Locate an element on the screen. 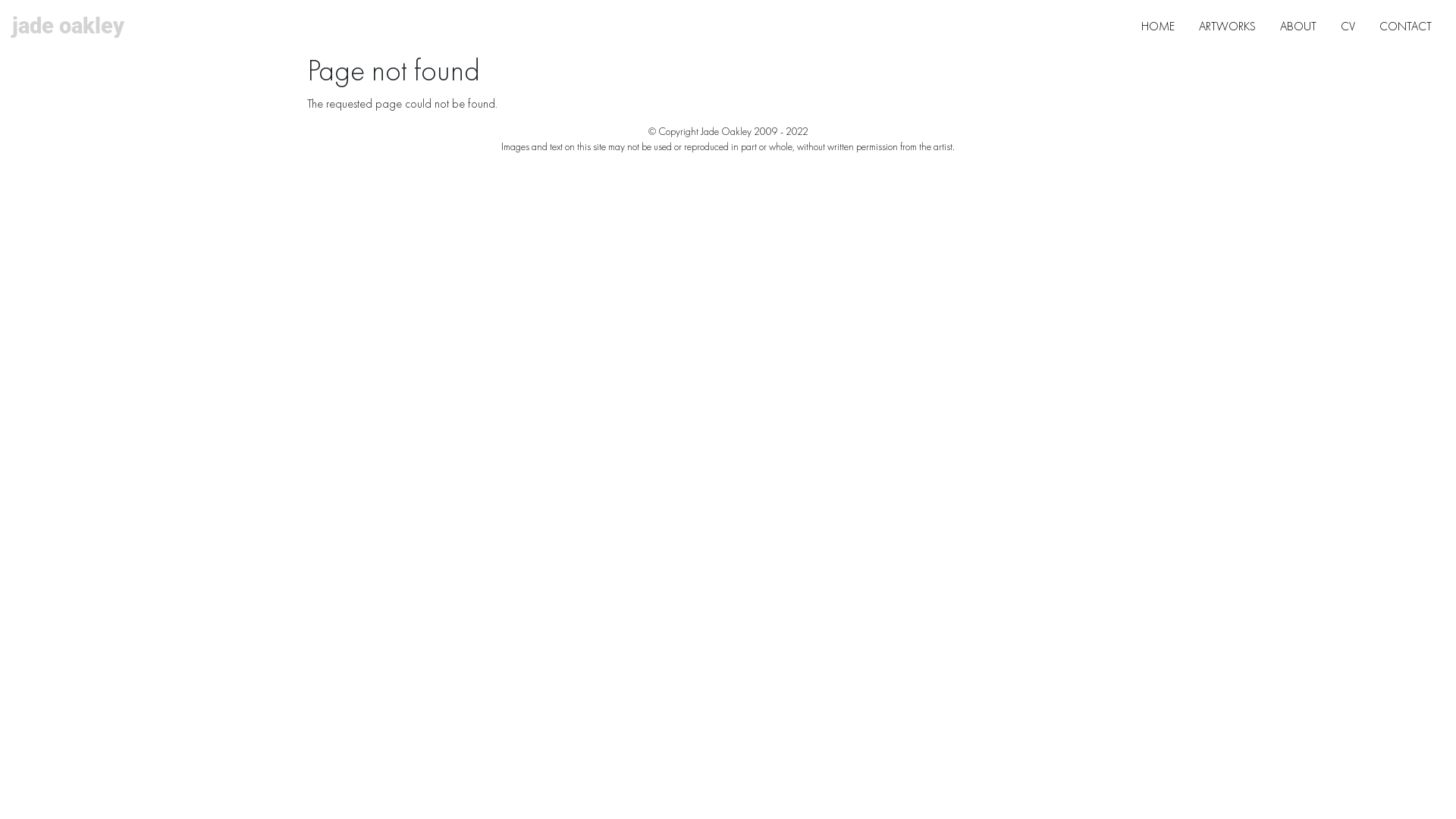 This screenshot has width=1456, height=819. 'CONTACT' is located at coordinates (1404, 26).